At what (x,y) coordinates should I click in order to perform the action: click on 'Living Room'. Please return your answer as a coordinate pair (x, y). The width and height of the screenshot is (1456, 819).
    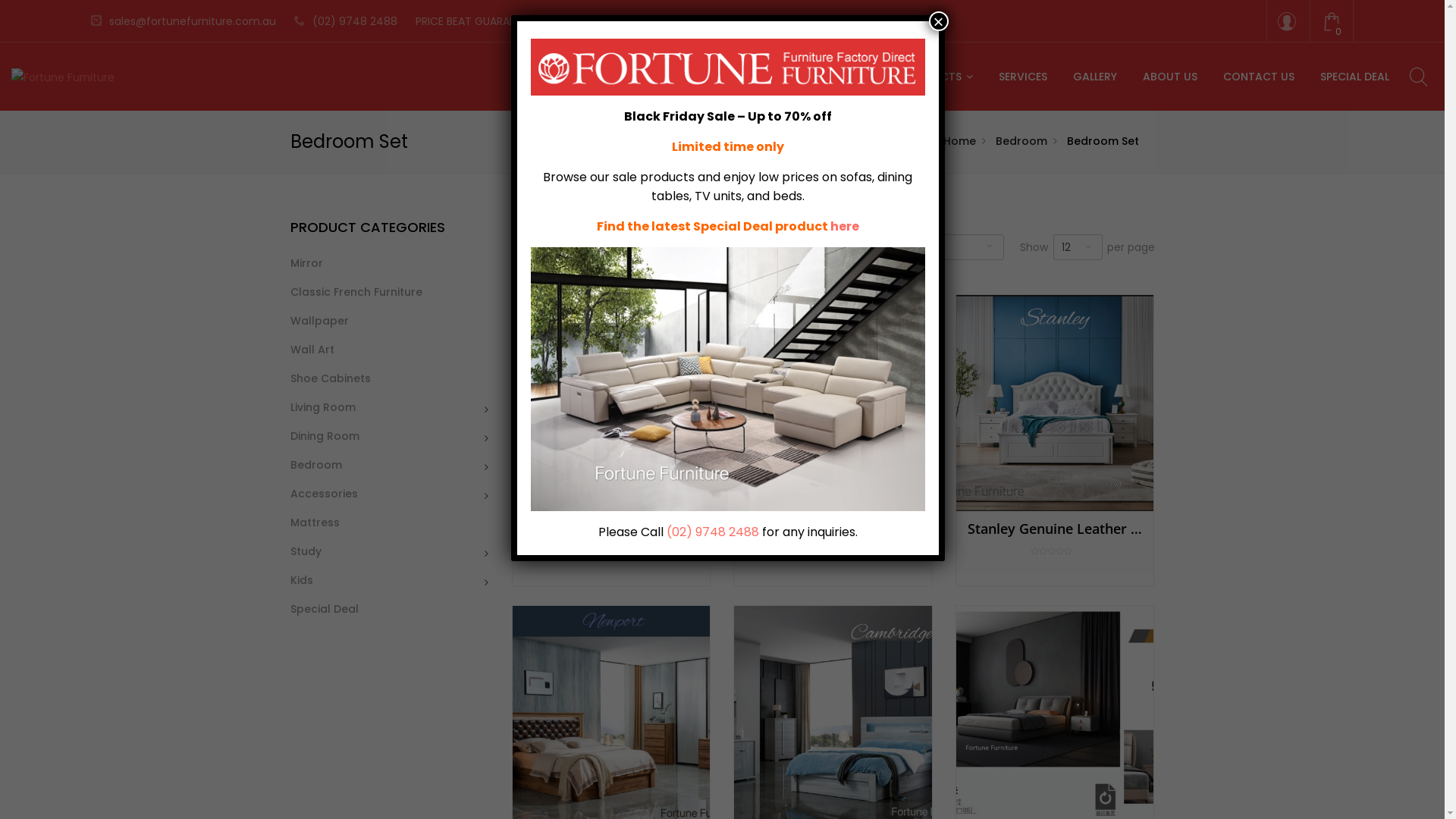
    Looking at the image, I should click on (322, 405).